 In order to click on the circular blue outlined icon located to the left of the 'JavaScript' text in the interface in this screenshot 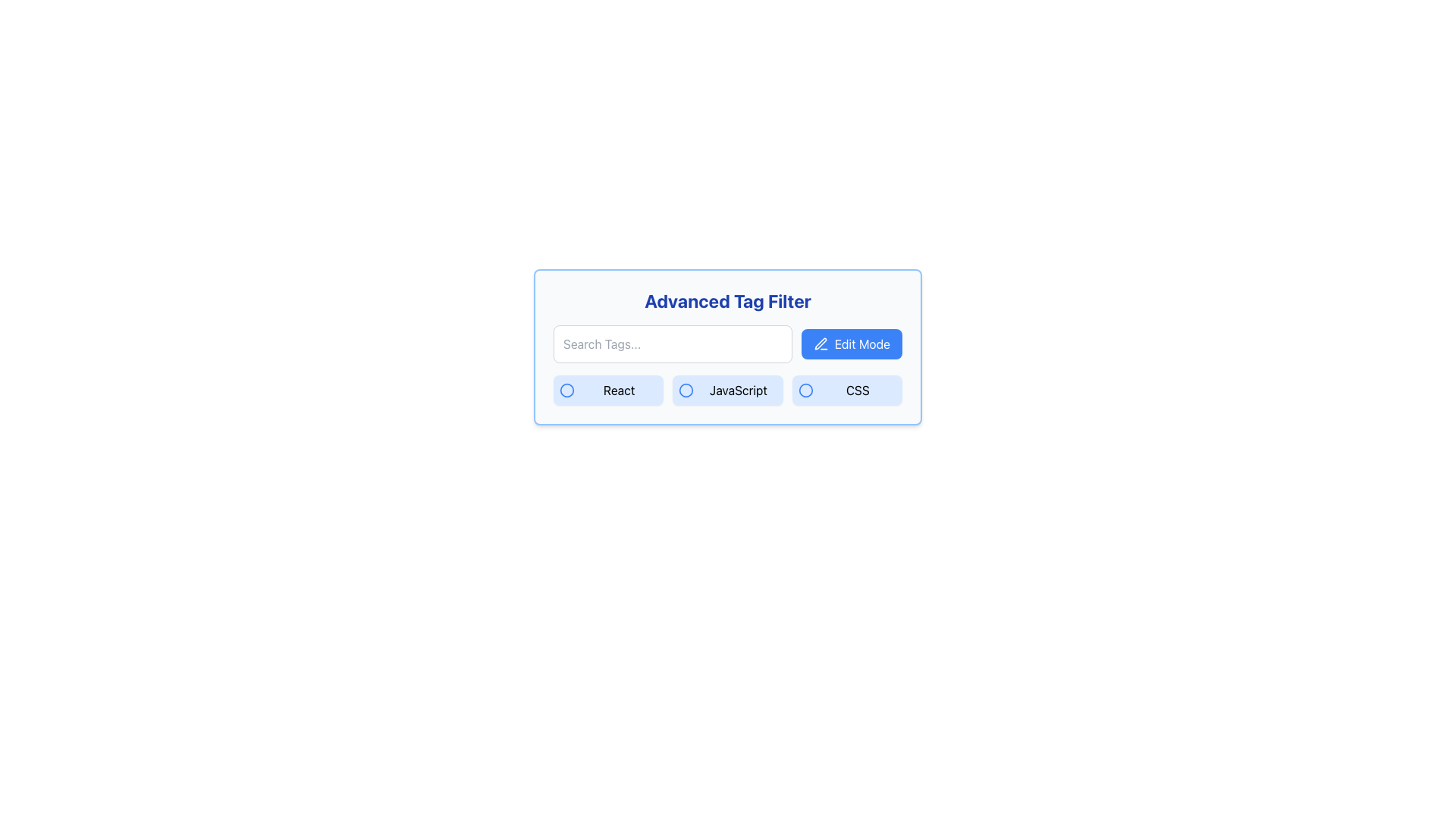, I will do `click(686, 390)`.